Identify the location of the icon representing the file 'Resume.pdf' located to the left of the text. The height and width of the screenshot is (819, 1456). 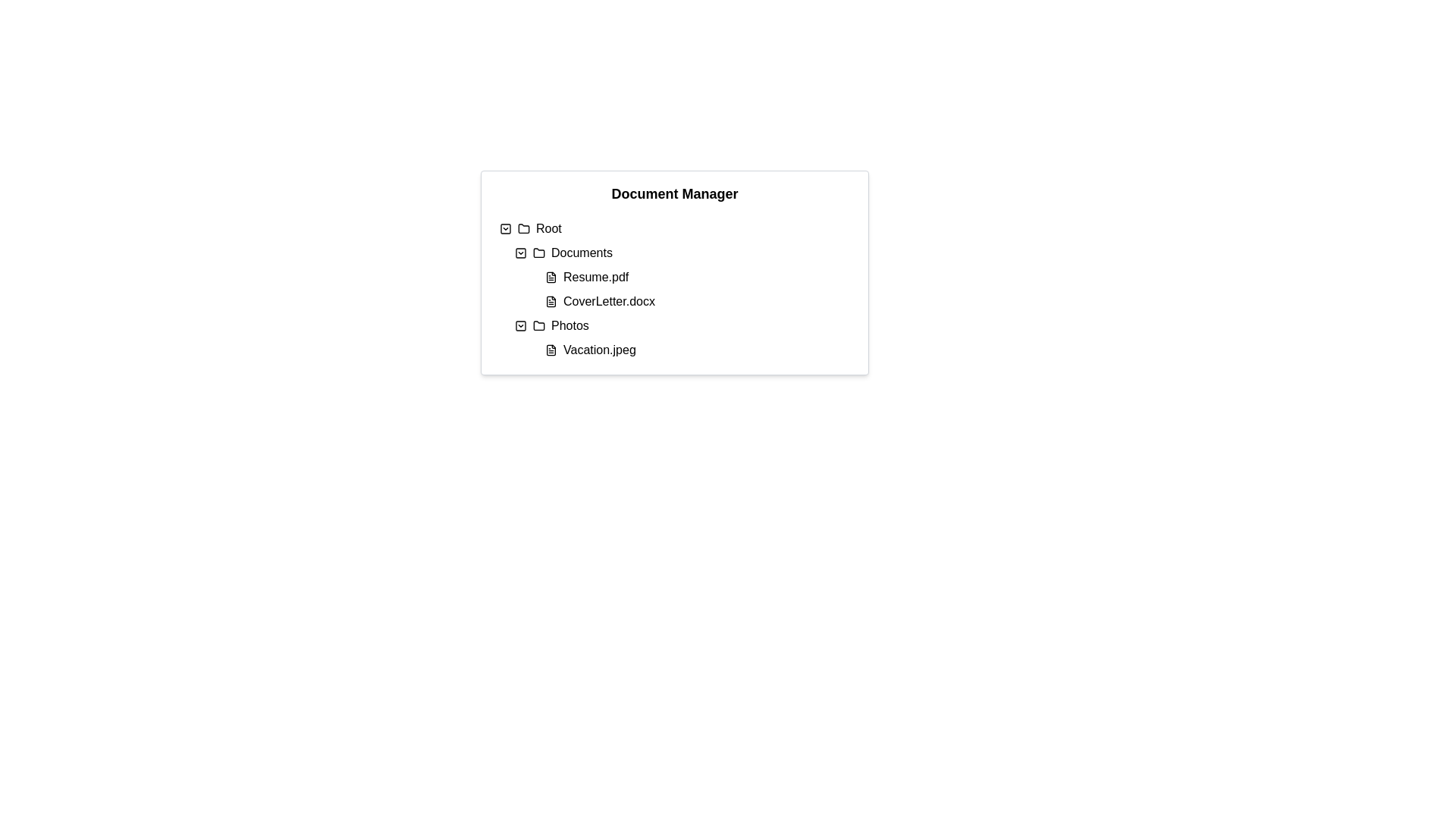
(550, 278).